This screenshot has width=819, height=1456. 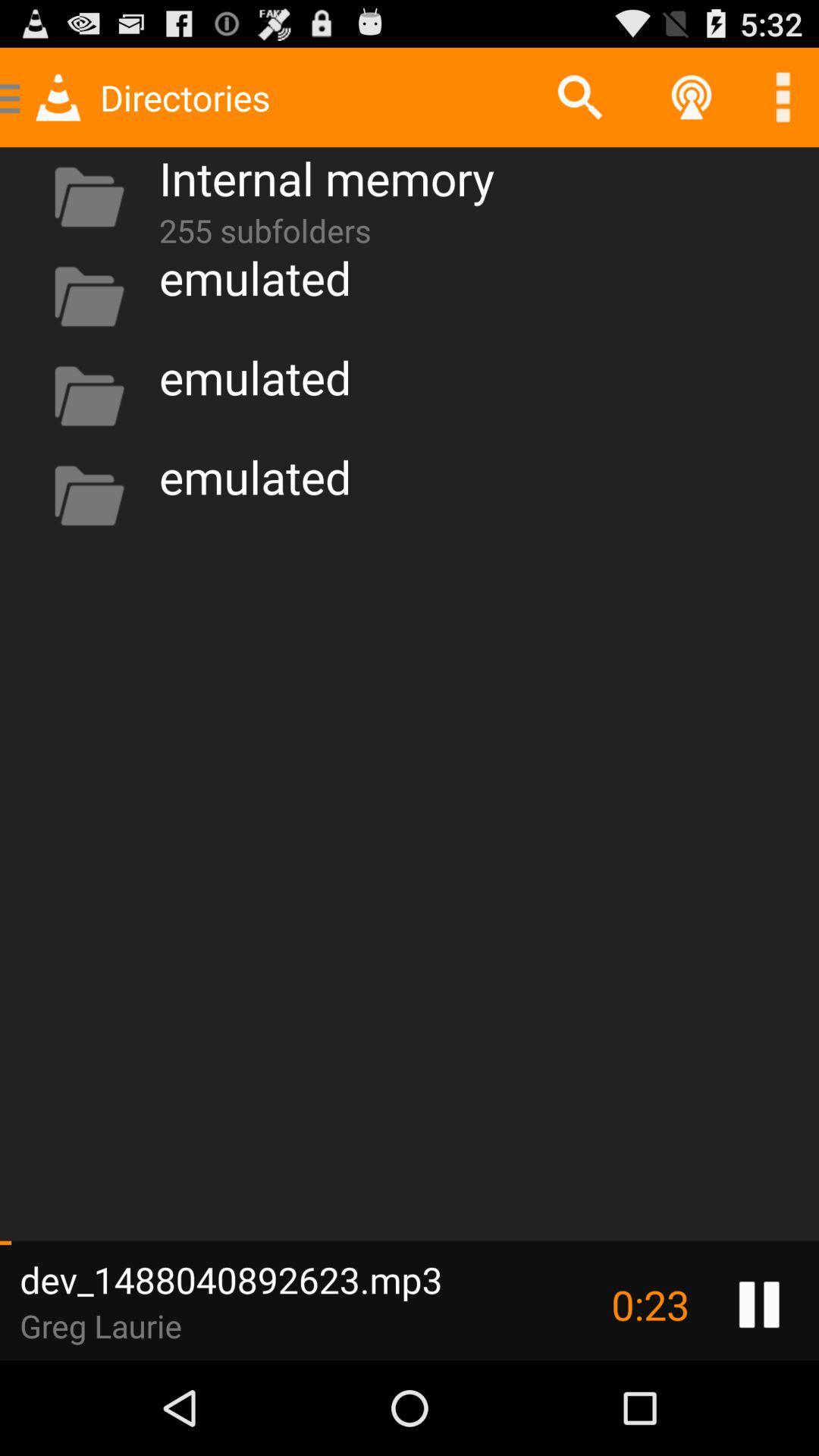 What do you see at coordinates (783, 96) in the screenshot?
I see `open menu` at bounding box center [783, 96].